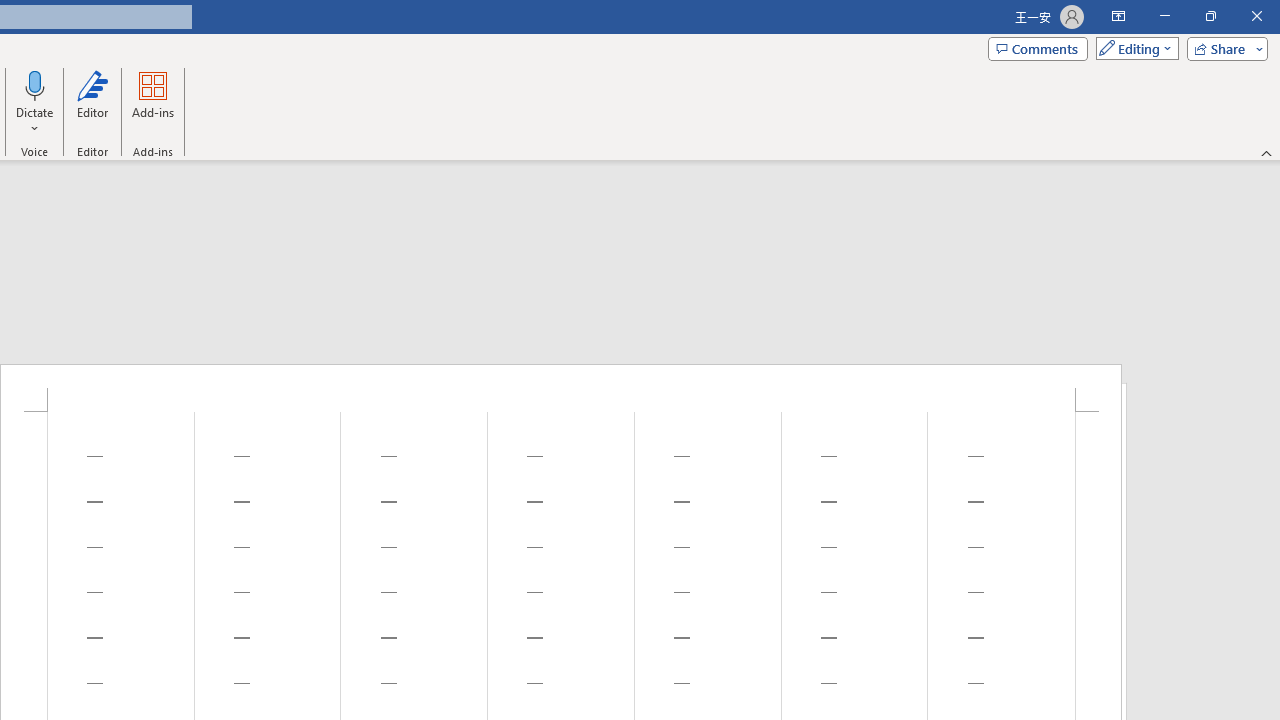  Describe the element at coordinates (1164, 16) in the screenshot. I see `'Minimize'` at that location.